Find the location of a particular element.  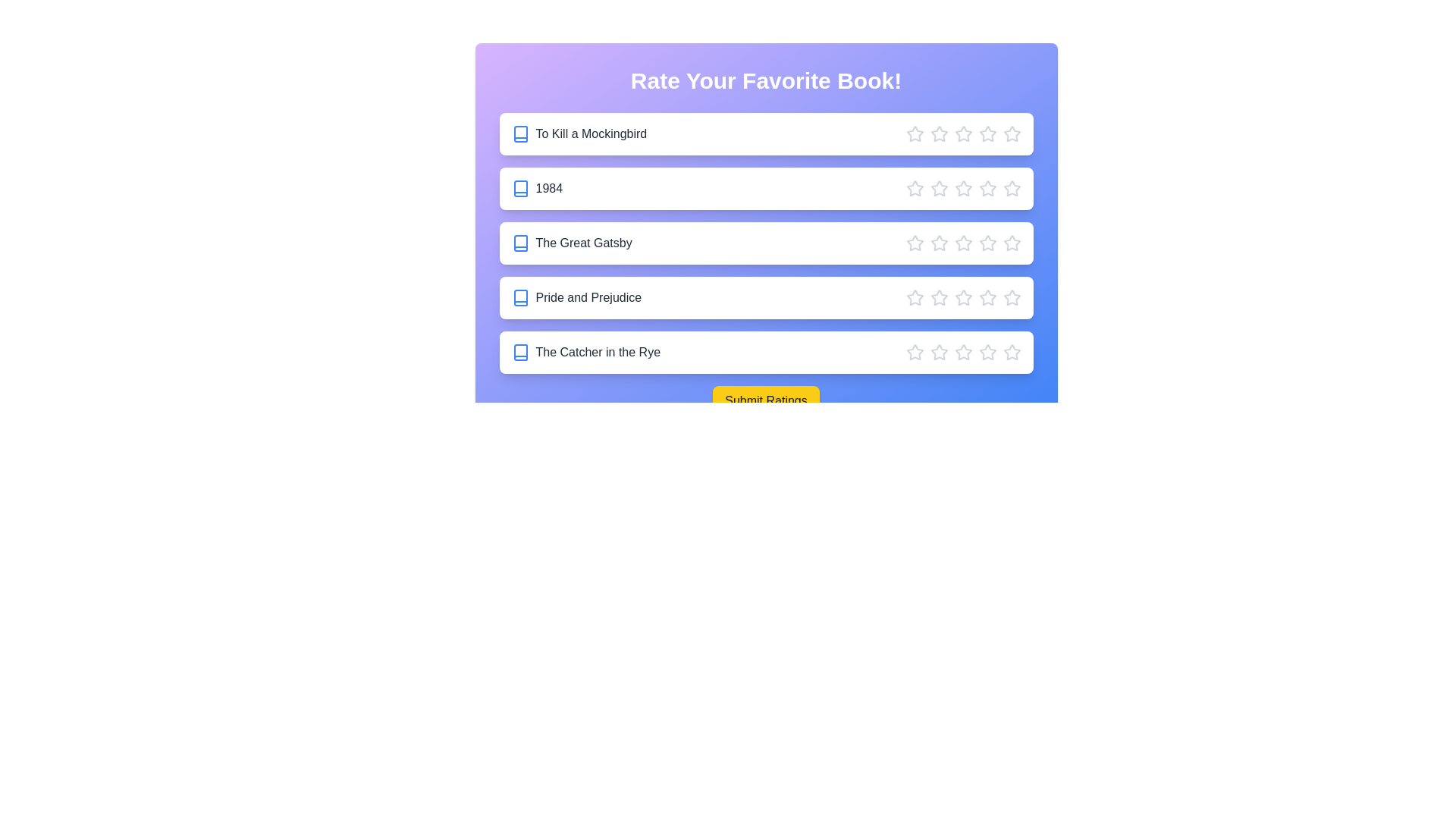

the star corresponding to 5 stars for the book Pride and Prejudice is located at coordinates (1012, 298).